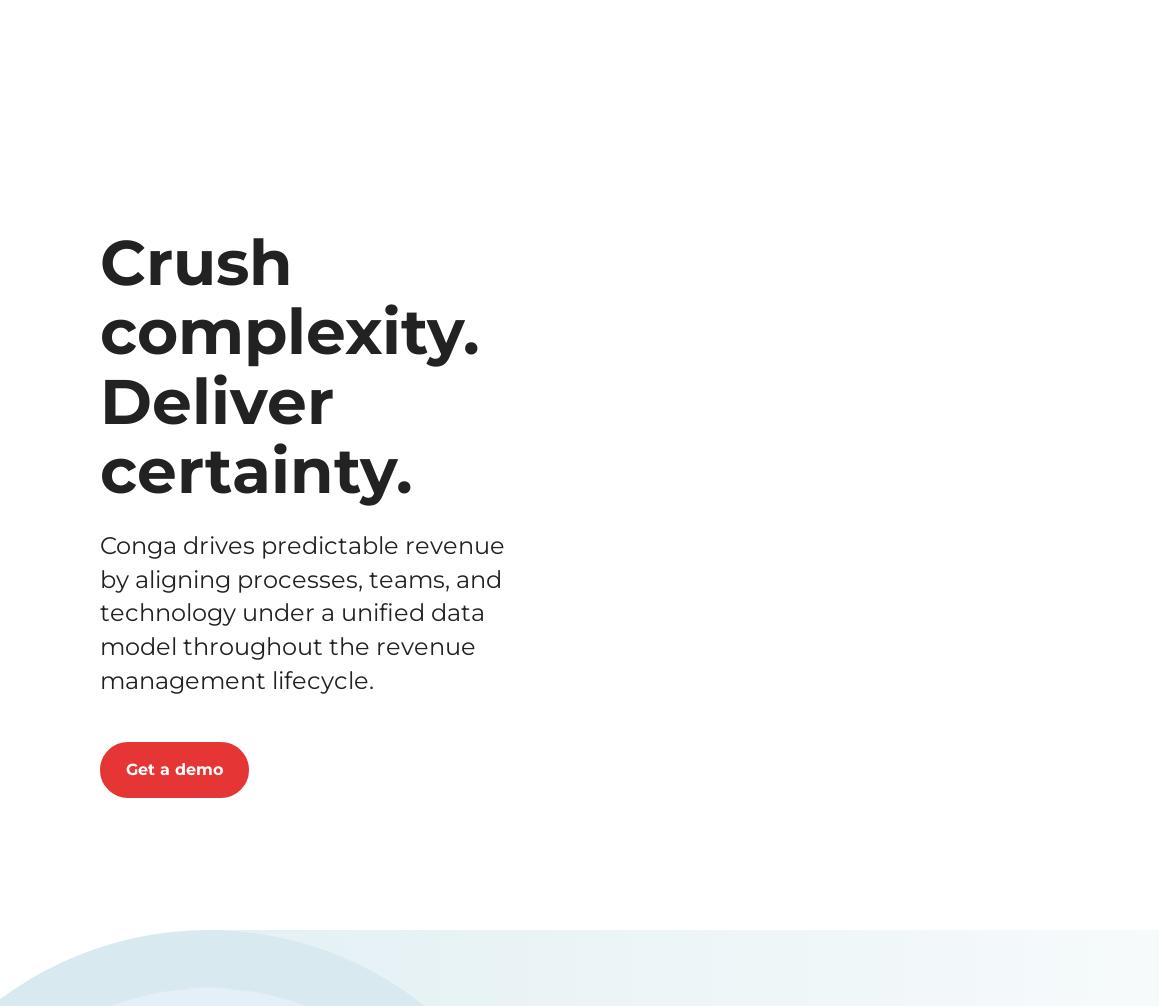 This screenshot has height=1006, width=1159. What do you see at coordinates (457, 491) in the screenshot?
I see `'Company name'` at bounding box center [457, 491].